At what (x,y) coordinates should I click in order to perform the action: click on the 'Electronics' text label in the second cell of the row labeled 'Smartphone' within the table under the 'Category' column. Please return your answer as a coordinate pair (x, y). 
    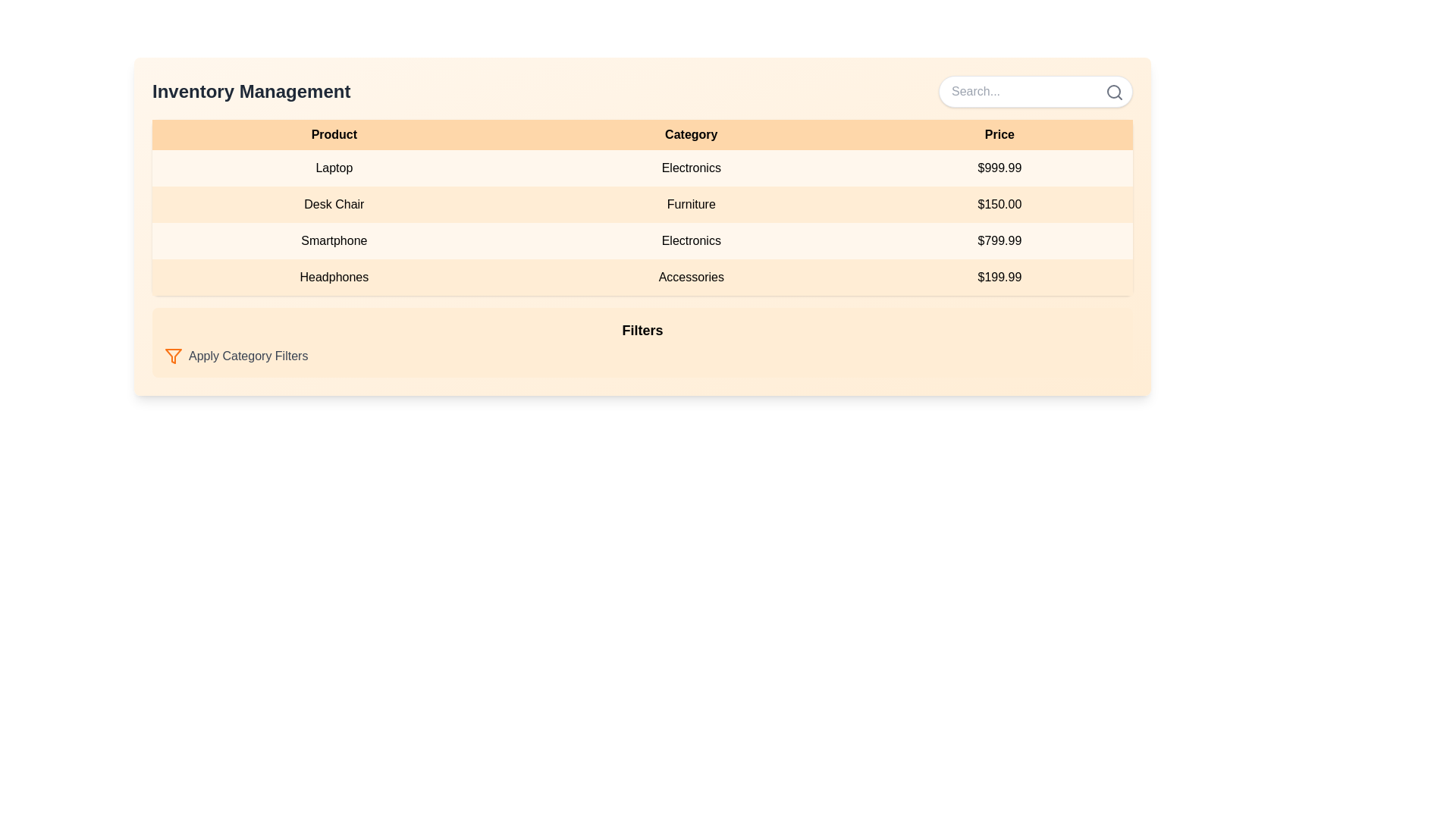
    Looking at the image, I should click on (690, 240).